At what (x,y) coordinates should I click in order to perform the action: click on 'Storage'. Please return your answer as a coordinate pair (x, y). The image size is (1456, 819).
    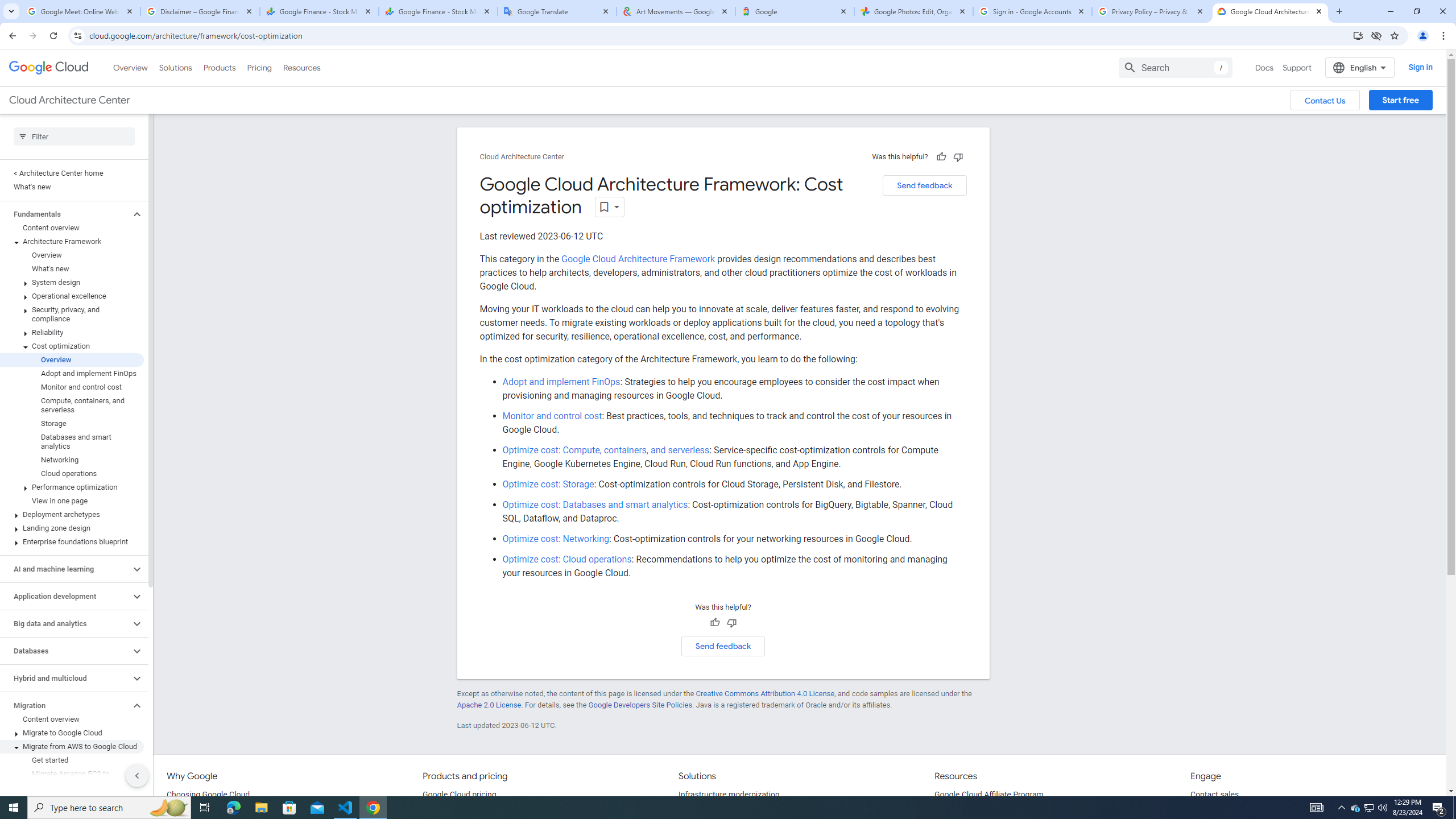
    Looking at the image, I should click on (72, 423).